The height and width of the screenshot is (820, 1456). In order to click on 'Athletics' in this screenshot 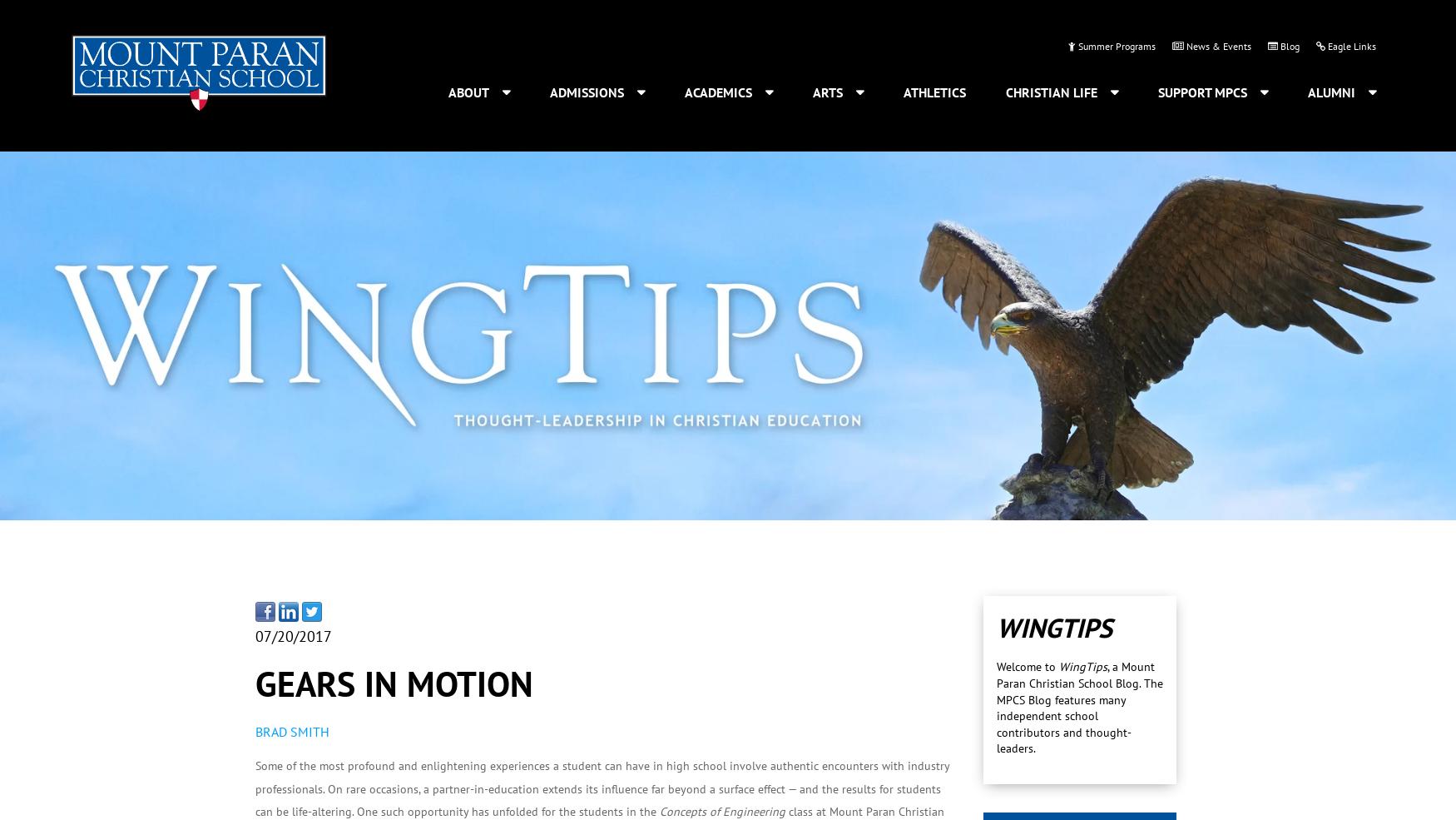, I will do `click(934, 92)`.